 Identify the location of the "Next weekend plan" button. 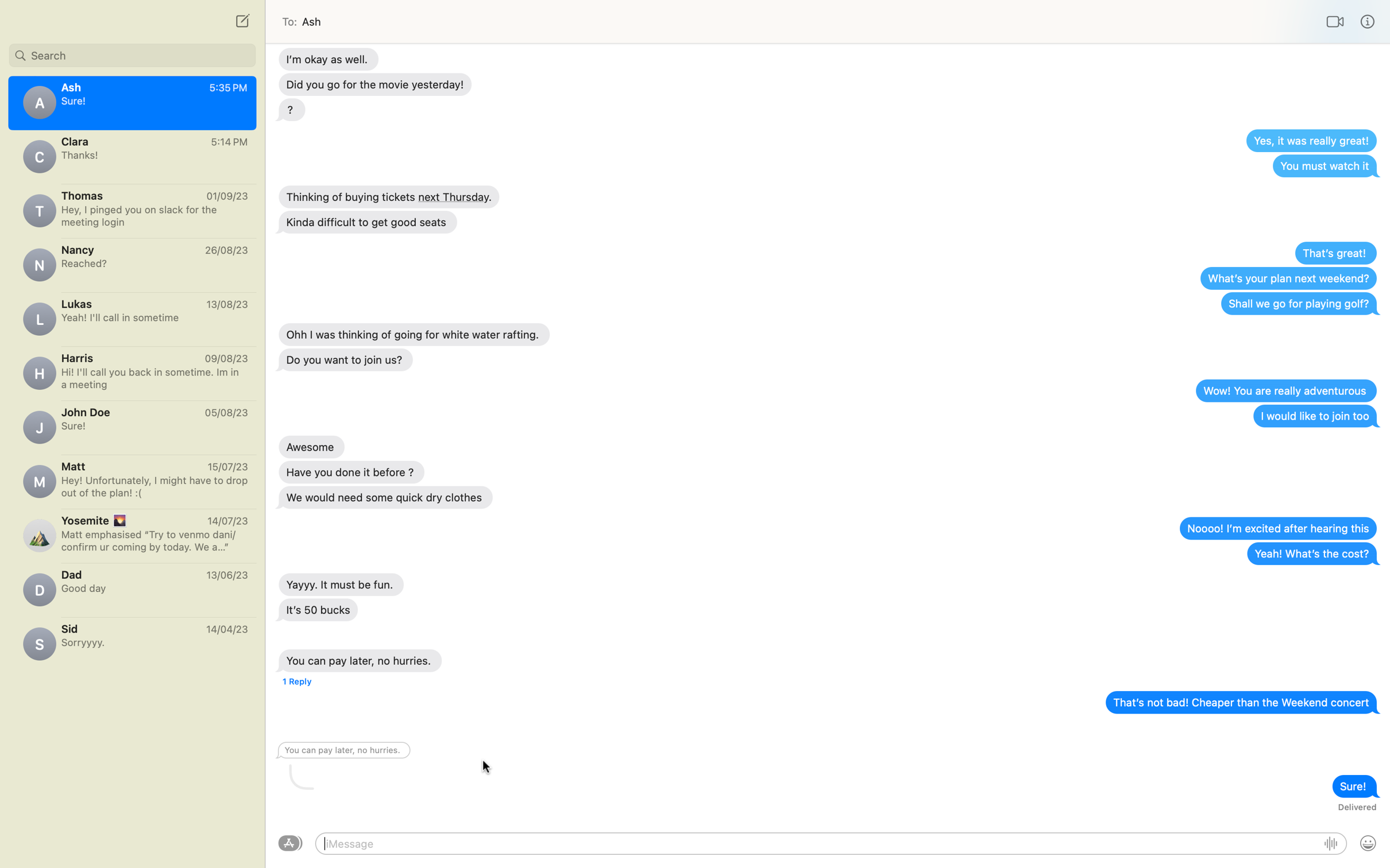
(1287, 277).